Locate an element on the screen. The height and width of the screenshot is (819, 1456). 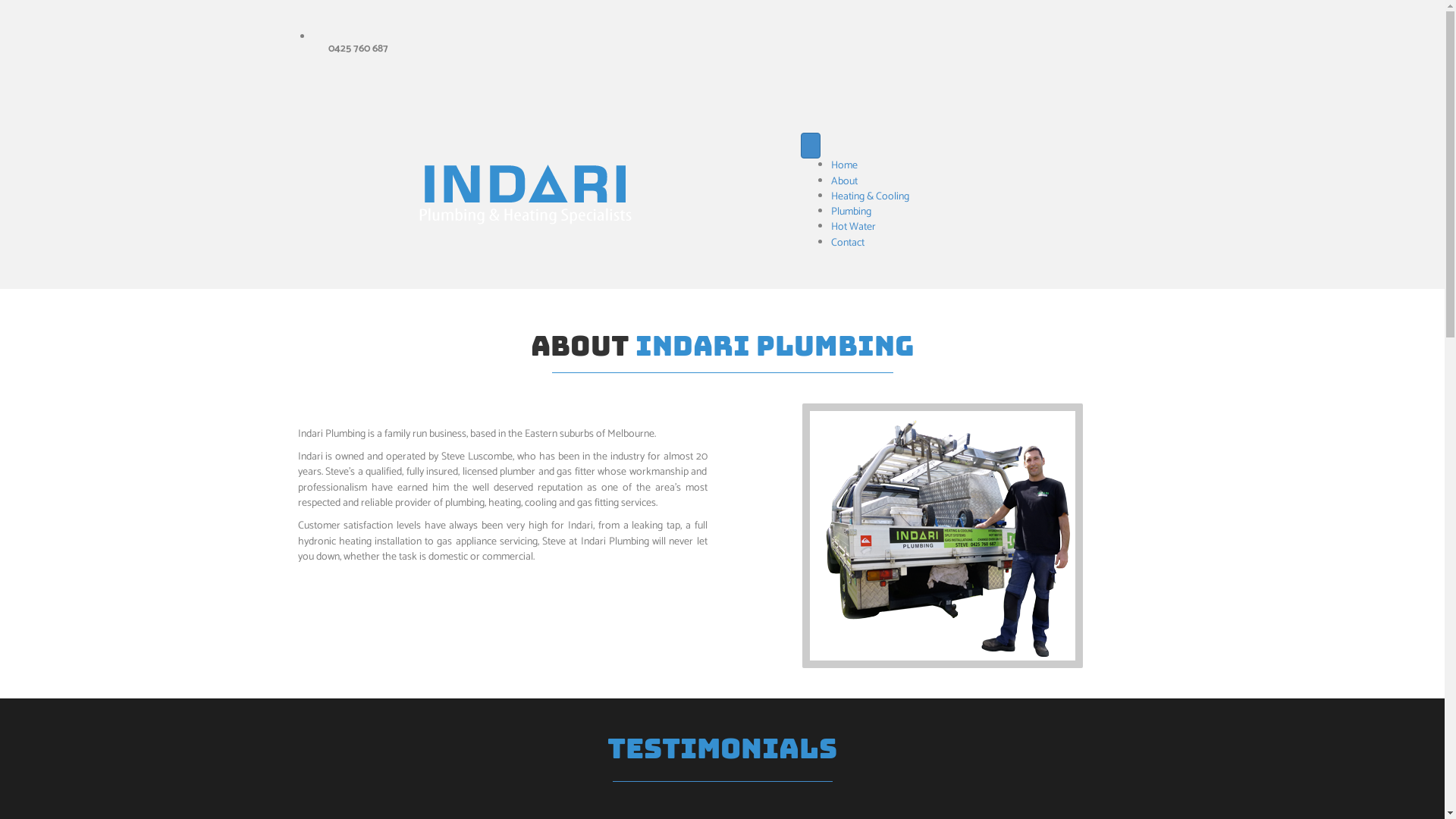
'indari-logo-01' is located at coordinates (526, 195).